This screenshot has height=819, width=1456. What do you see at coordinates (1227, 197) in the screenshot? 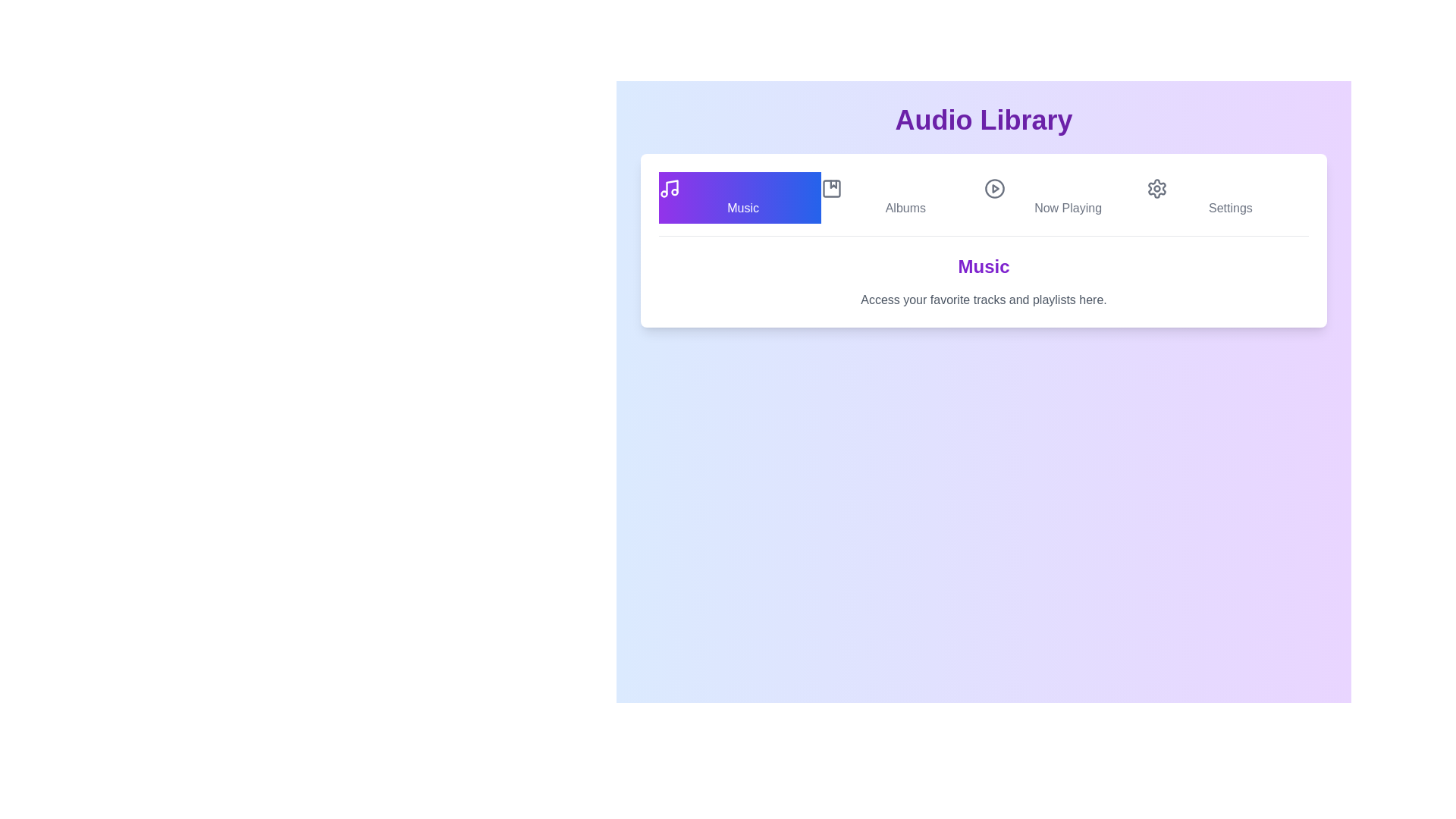
I see `the navigation button that leads to the settings page, which is the last item in a horizontally aligned list of buttons` at bounding box center [1227, 197].